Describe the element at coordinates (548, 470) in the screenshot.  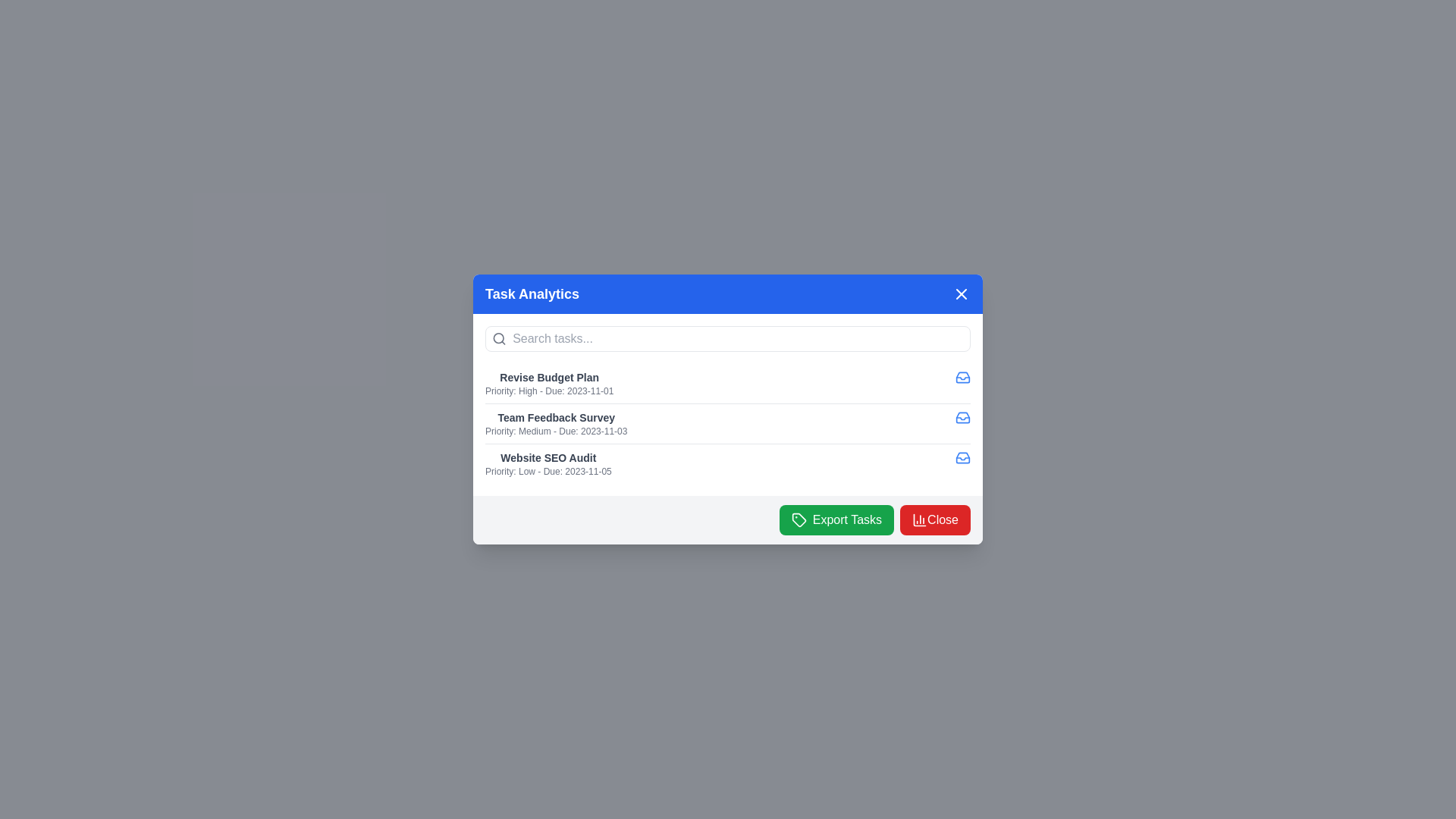
I see `the text label displaying 'Priority: Low - Due: 2023-11-05', which is located under 'Website SEO Audit' as the second line in the third item of the task list within the 'Task Analytics' dialog box` at that location.